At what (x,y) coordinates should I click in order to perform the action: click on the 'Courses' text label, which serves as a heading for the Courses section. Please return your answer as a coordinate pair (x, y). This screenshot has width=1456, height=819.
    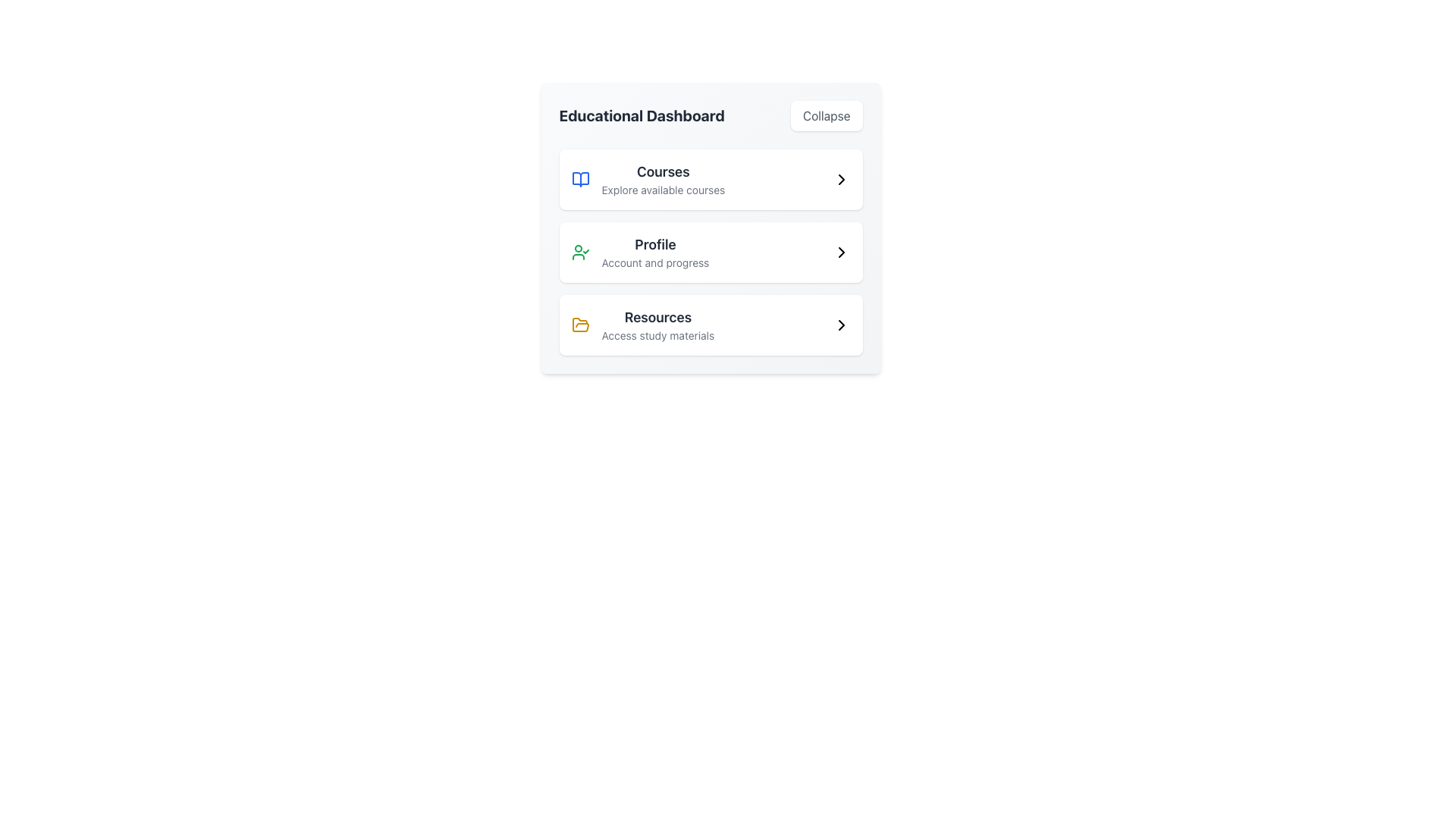
    Looking at the image, I should click on (663, 171).